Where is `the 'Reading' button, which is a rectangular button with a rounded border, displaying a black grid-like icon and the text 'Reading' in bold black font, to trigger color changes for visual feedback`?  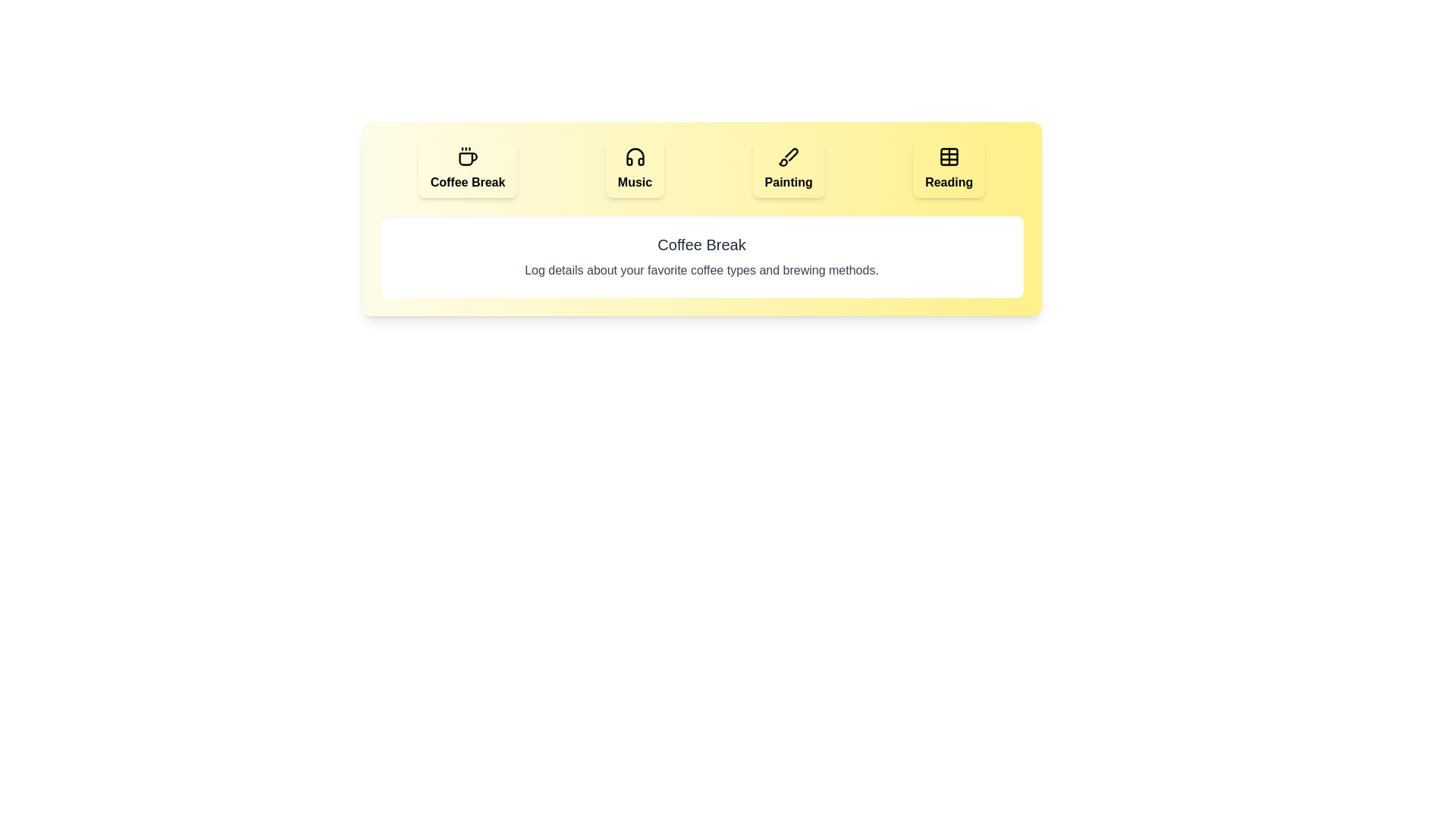
the 'Reading' button, which is a rectangular button with a rounded border, displaying a black grid-like icon and the text 'Reading' in bold black font, to trigger color changes for visual feedback is located at coordinates (948, 169).